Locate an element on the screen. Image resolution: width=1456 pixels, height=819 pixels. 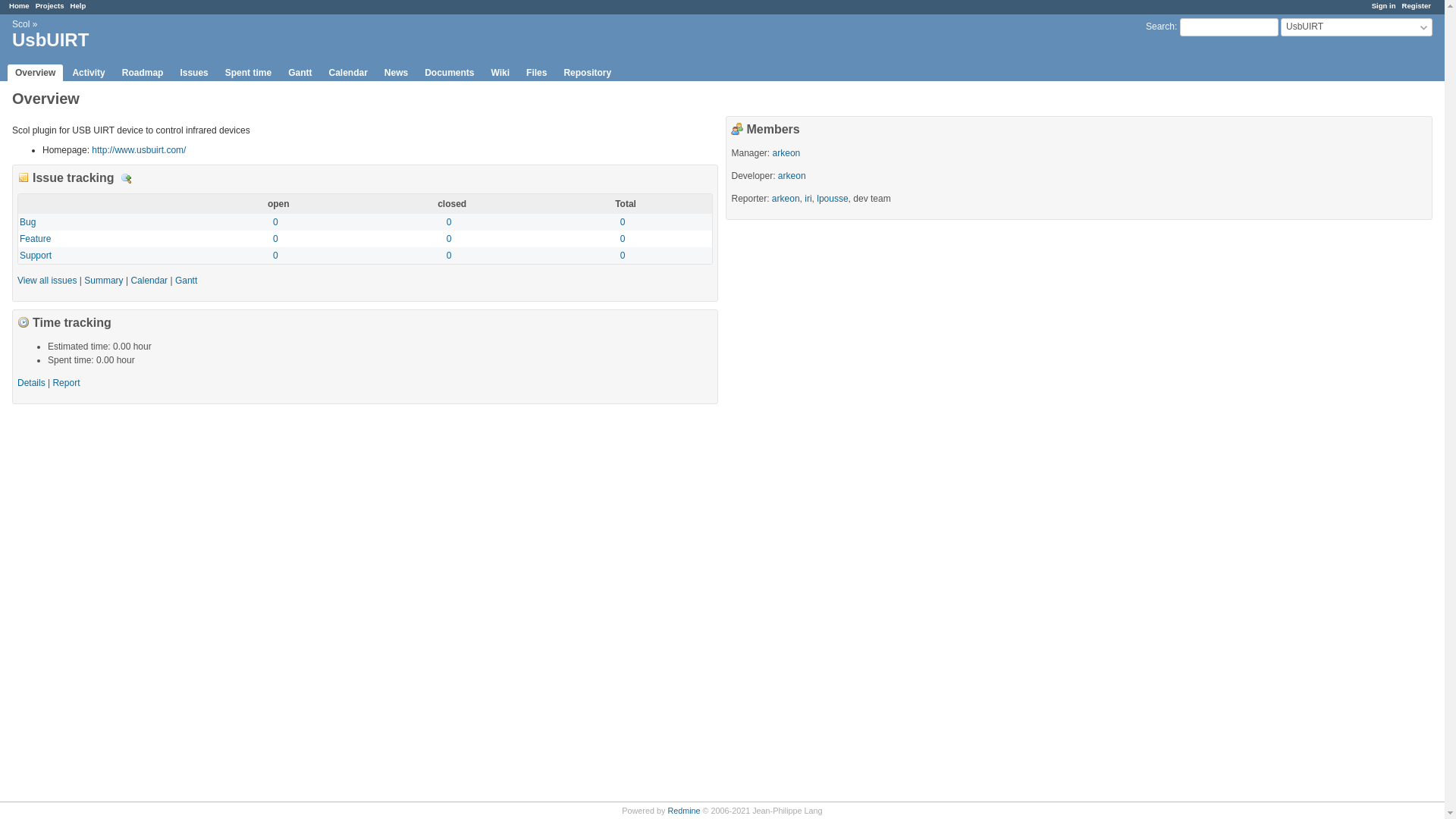
'Documents' is located at coordinates (448, 73).